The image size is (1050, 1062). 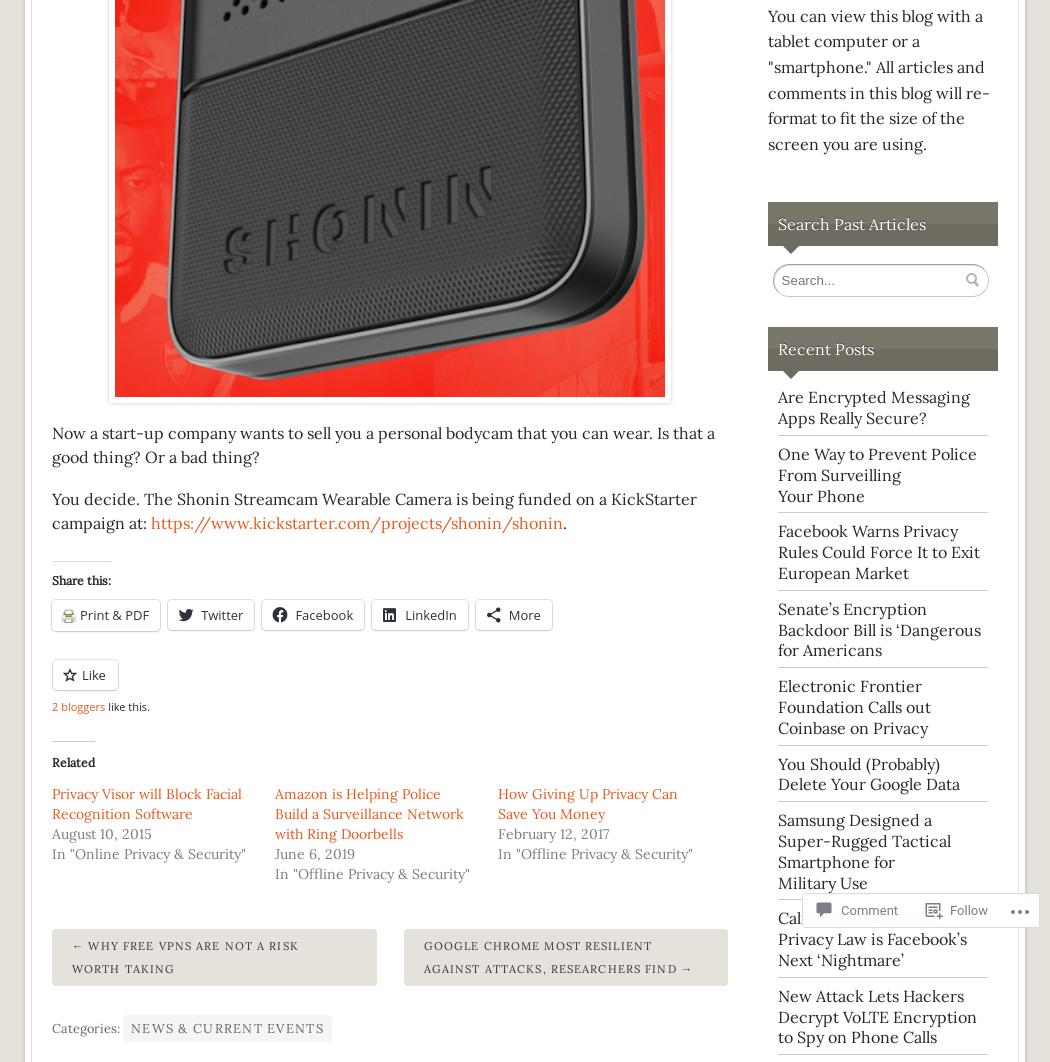 I want to click on 'Electronic Frontier Foundation Calls out Coinbase on Privacy', so click(x=854, y=706).